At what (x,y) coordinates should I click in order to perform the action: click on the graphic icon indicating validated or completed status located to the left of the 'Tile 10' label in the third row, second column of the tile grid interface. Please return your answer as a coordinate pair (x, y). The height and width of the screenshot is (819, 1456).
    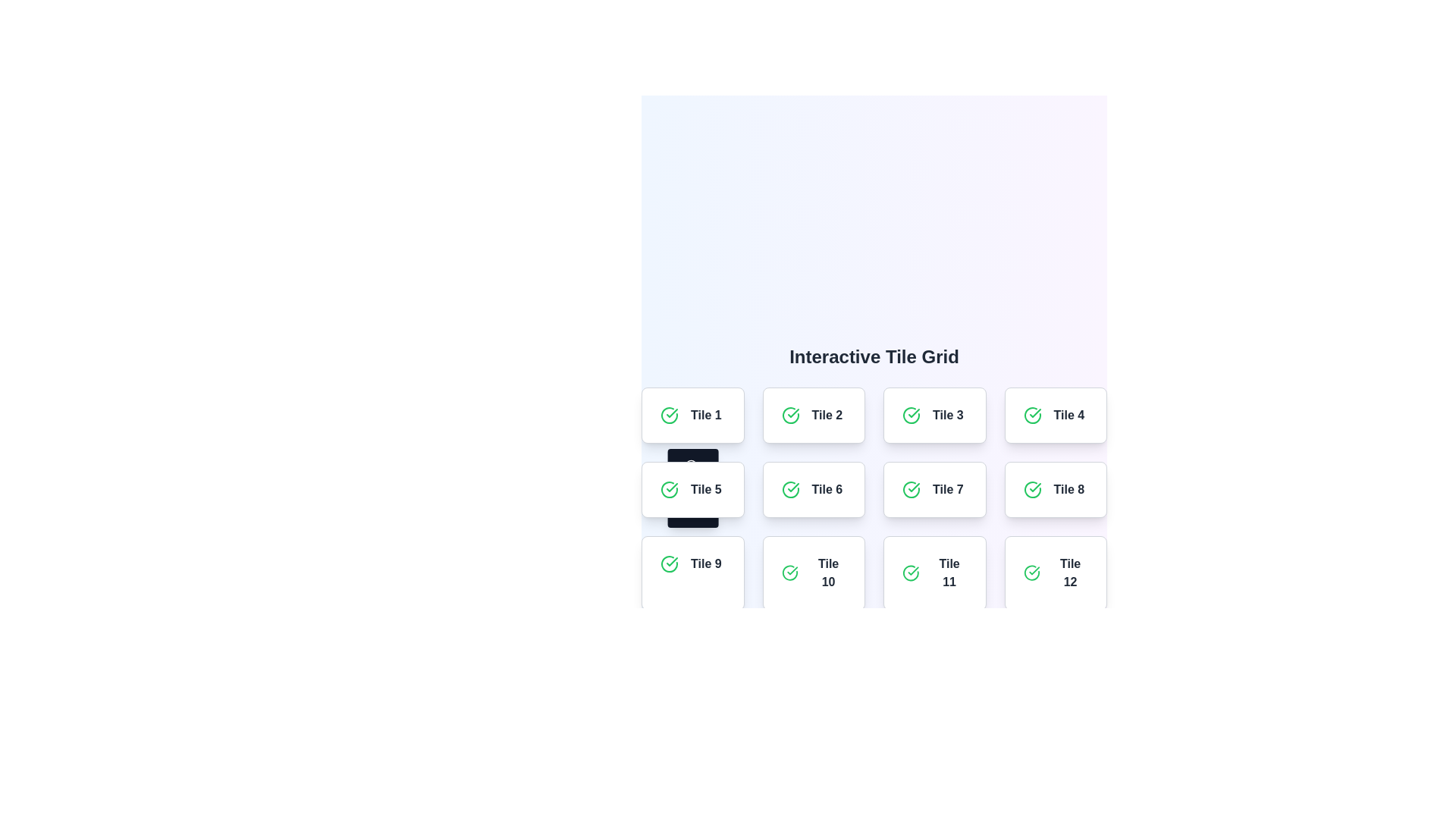
    Looking at the image, I should click on (789, 573).